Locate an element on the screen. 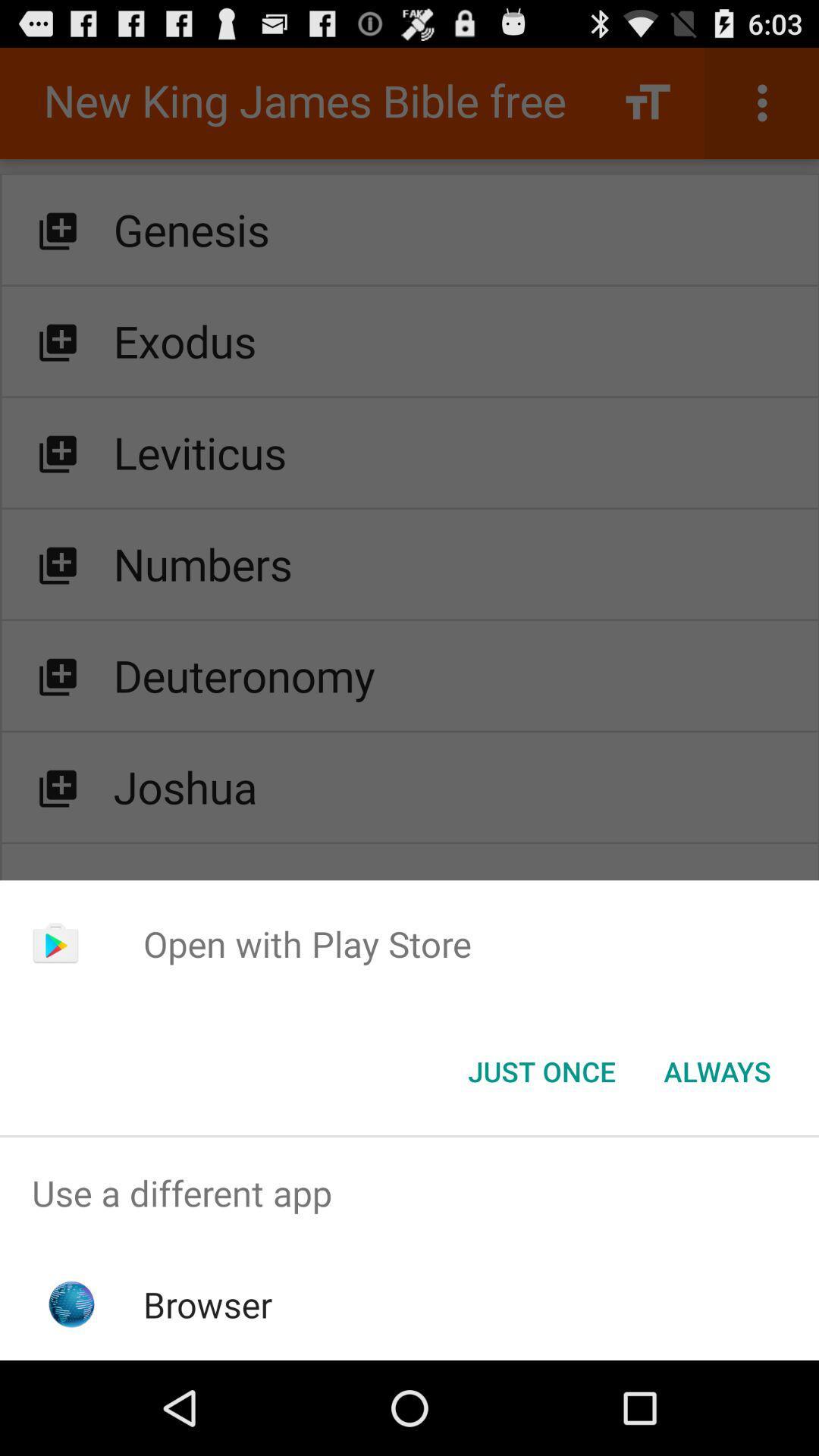 This screenshot has width=819, height=1456. item above browser item is located at coordinates (409, 1192).